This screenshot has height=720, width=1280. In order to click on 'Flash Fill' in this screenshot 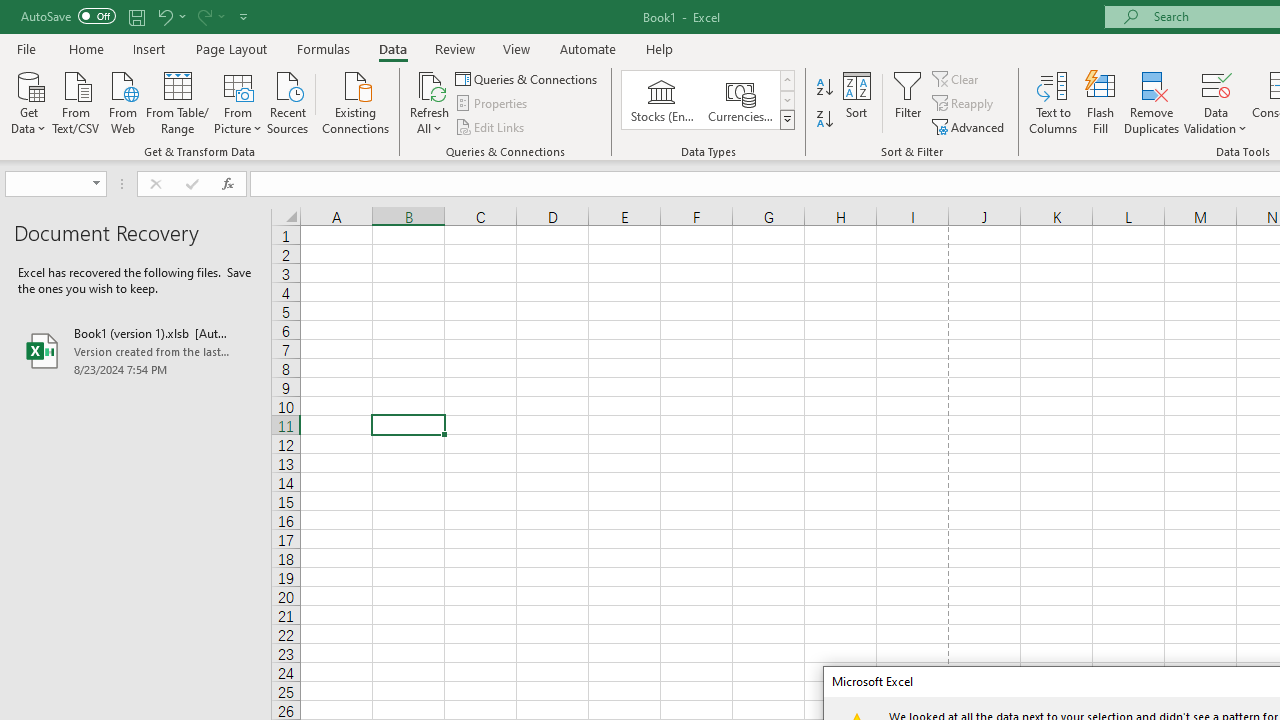, I will do `click(1100, 103)`.